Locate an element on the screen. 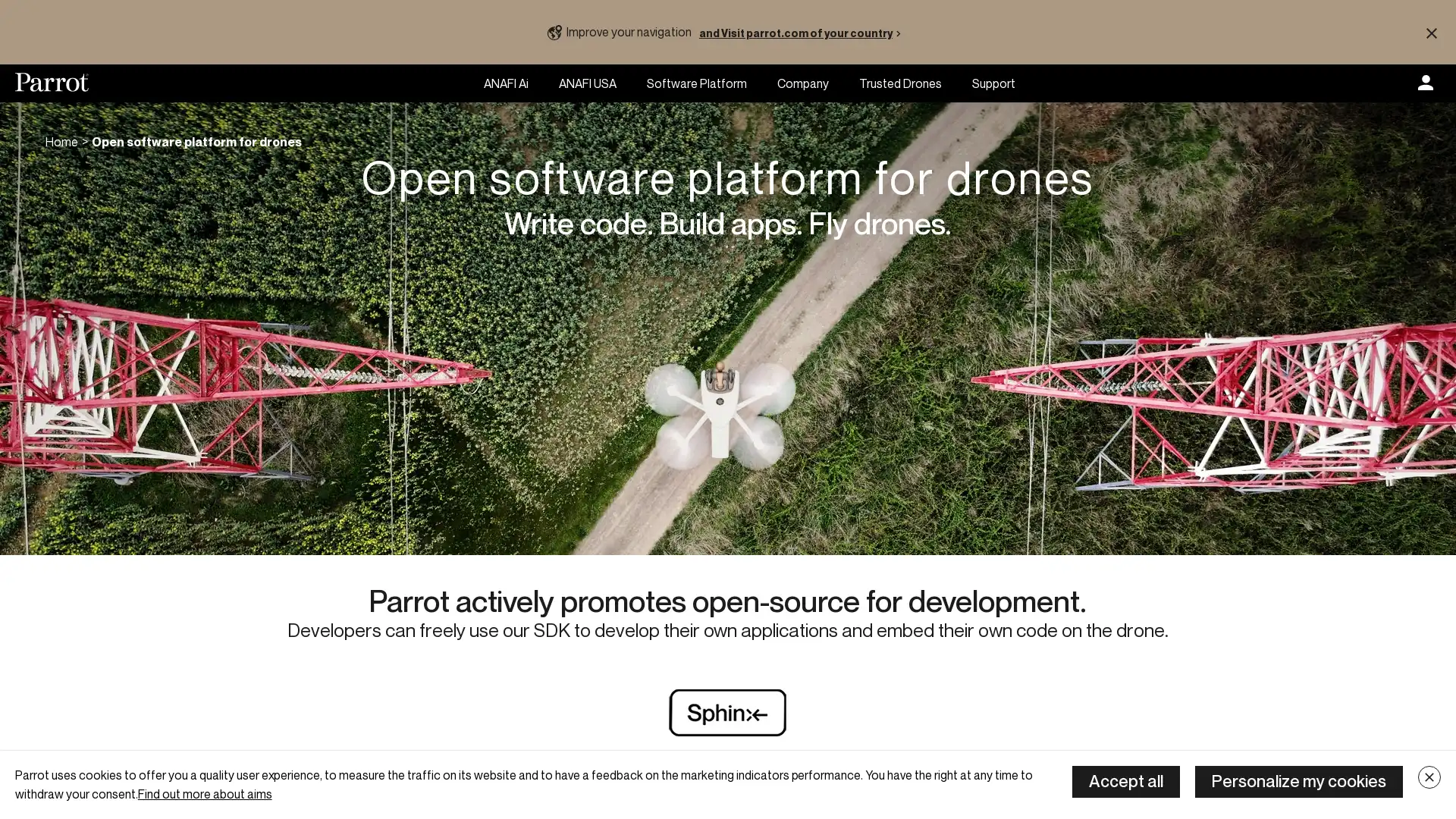 This screenshot has height=819, width=1456. close is located at coordinates (1429, 777).